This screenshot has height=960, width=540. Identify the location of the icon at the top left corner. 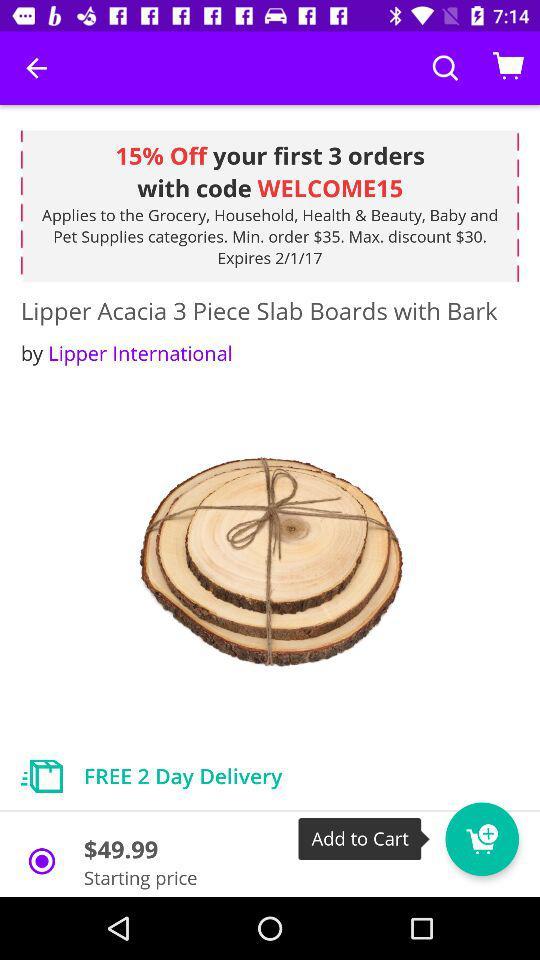
(36, 68).